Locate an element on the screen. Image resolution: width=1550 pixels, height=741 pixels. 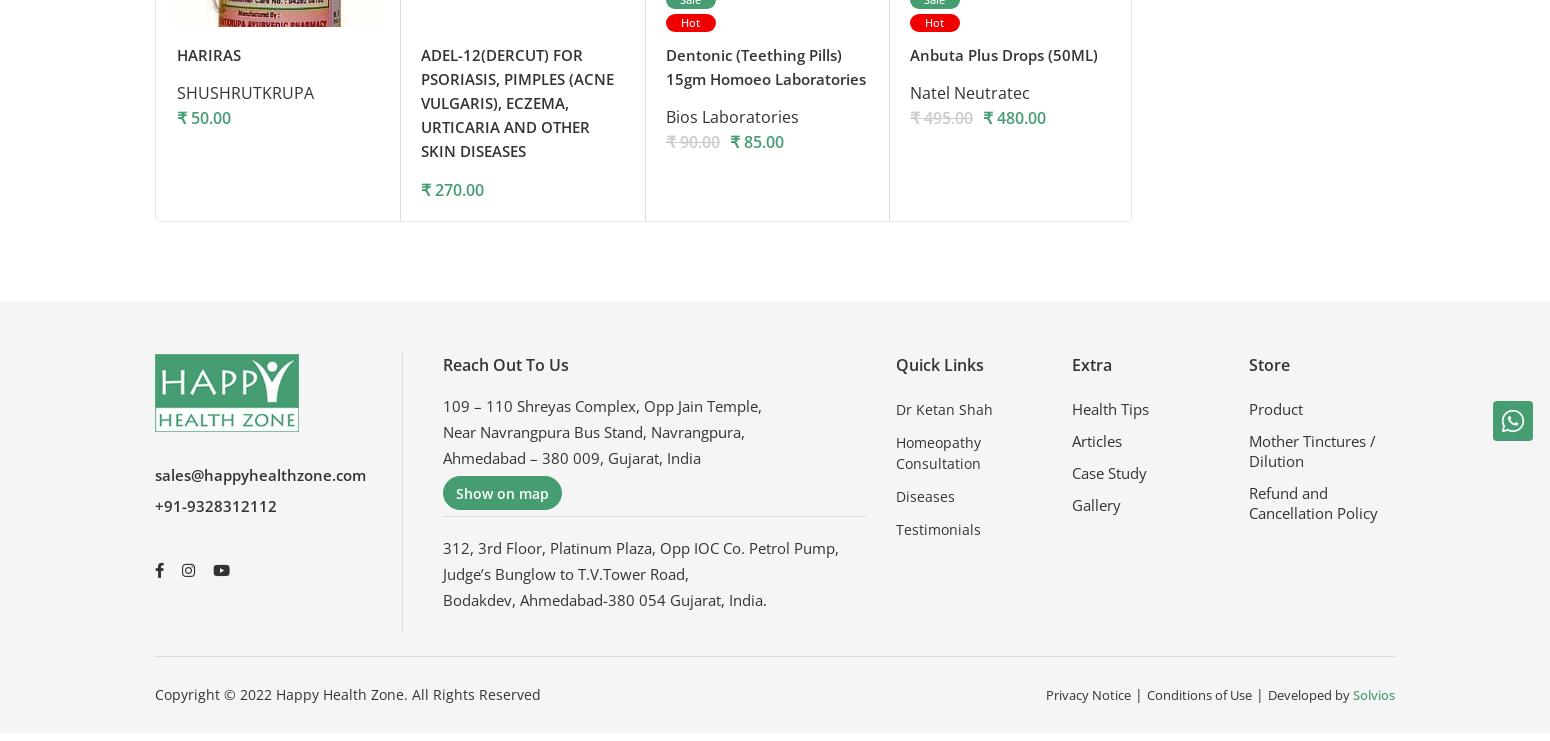
'Refund and Cancellation Policy' is located at coordinates (1311, 508).